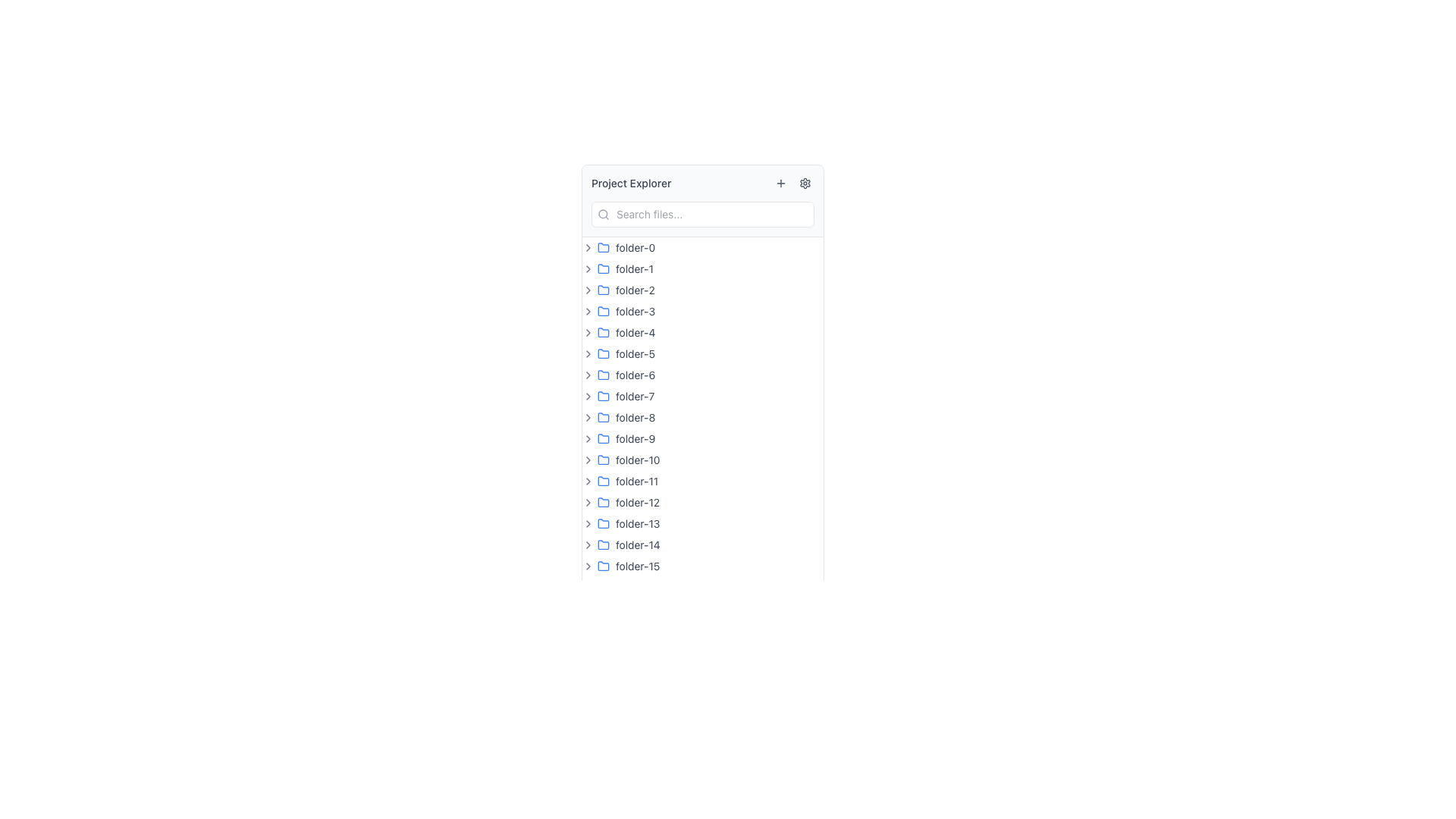 This screenshot has width=1456, height=819. What do you see at coordinates (603, 394) in the screenshot?
I see `the blue outline-style icon of an open folder next to the label 'folder-7' in the Project Explorer list` at bounding box center [603, 394].